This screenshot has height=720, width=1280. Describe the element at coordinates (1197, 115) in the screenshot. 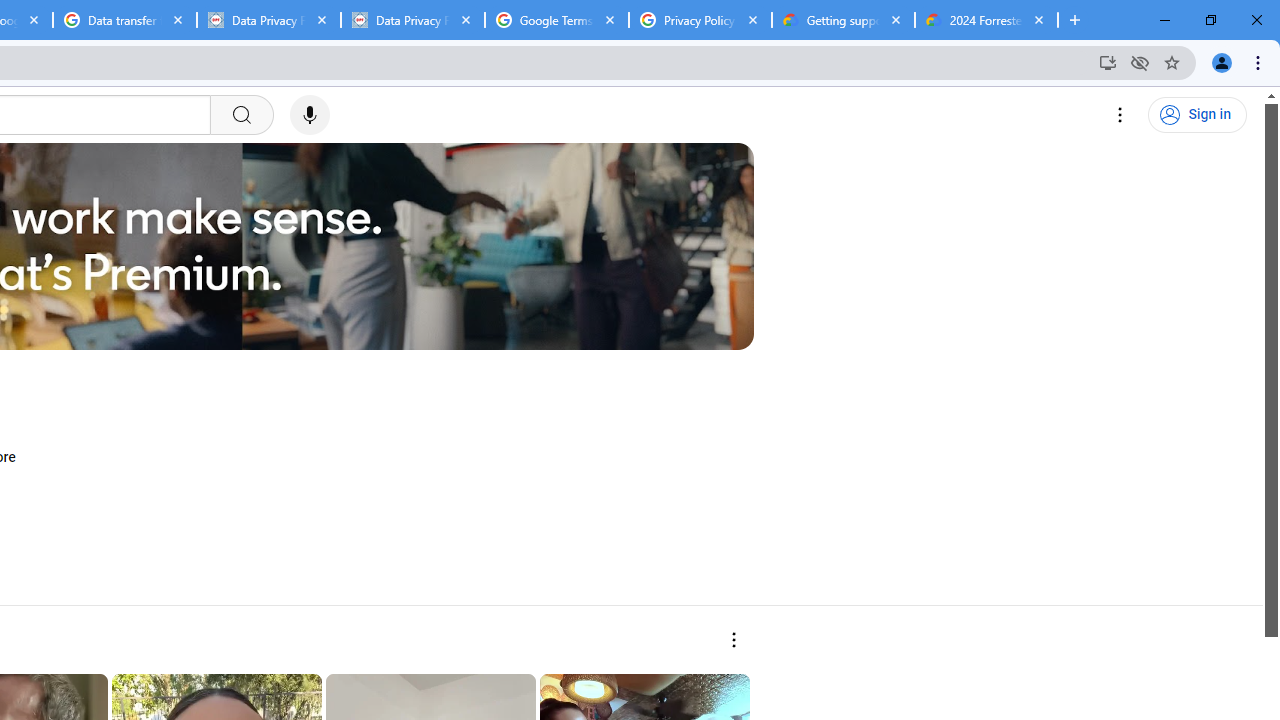

I see `'Sign in'` at that location.